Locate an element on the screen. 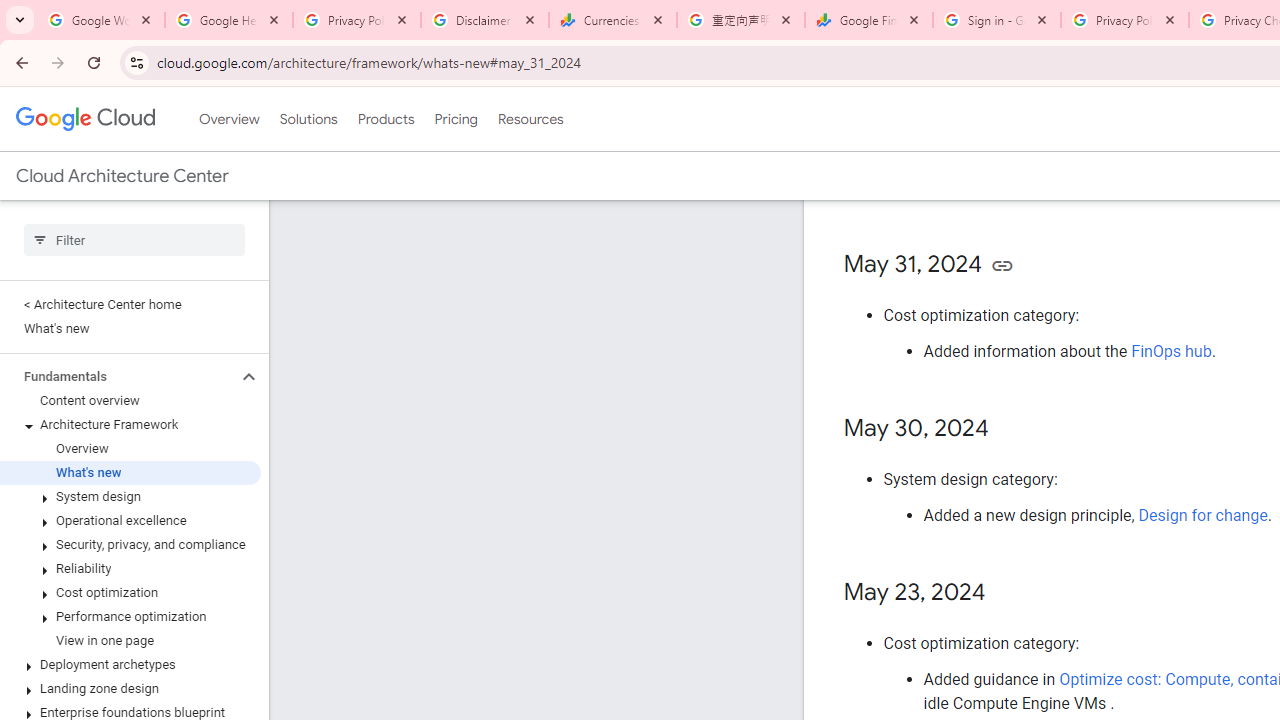  'FinOps hub' is located at coordinates (1171, 350).